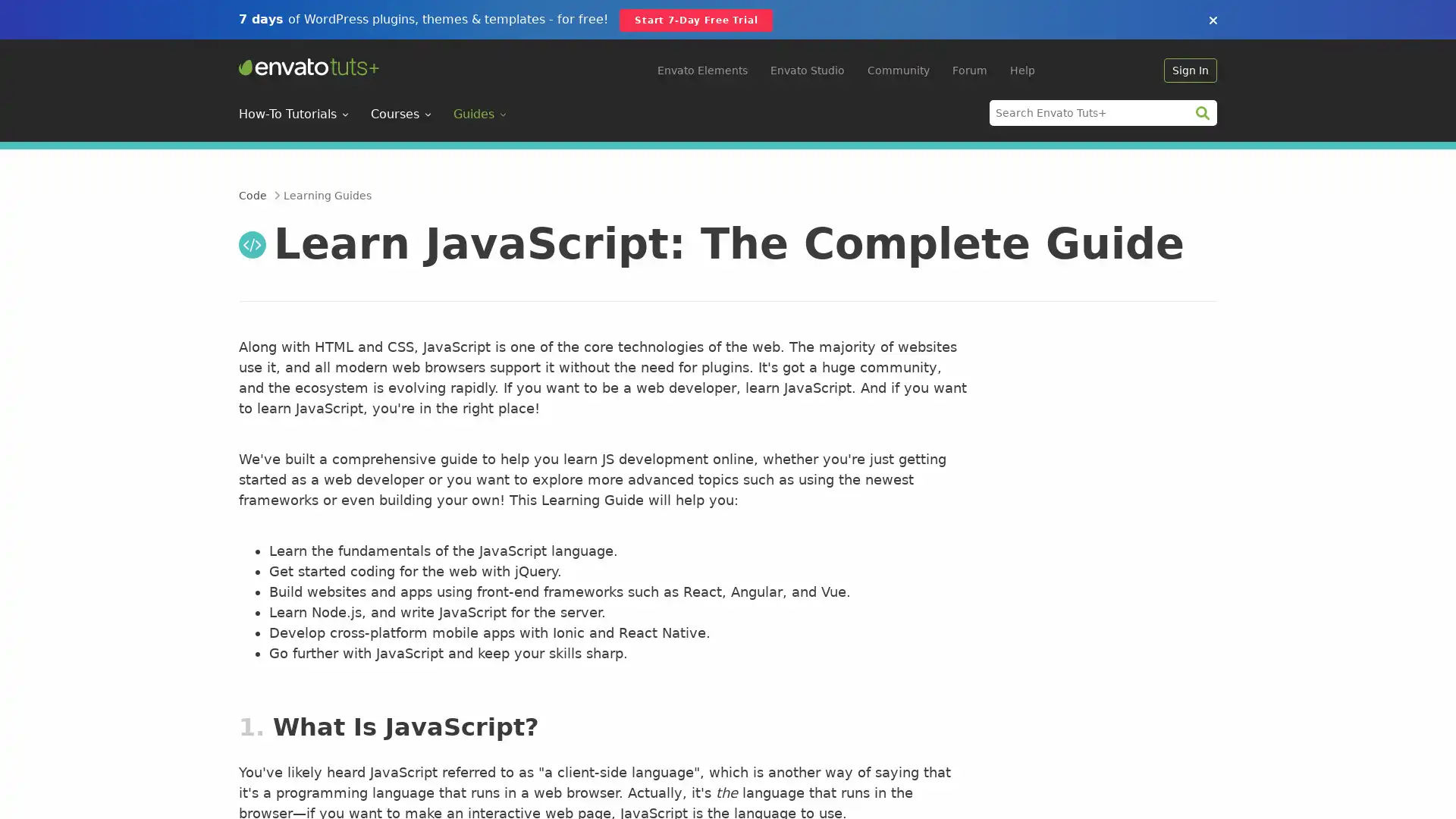  I want to click on search, so click(1201, 111).